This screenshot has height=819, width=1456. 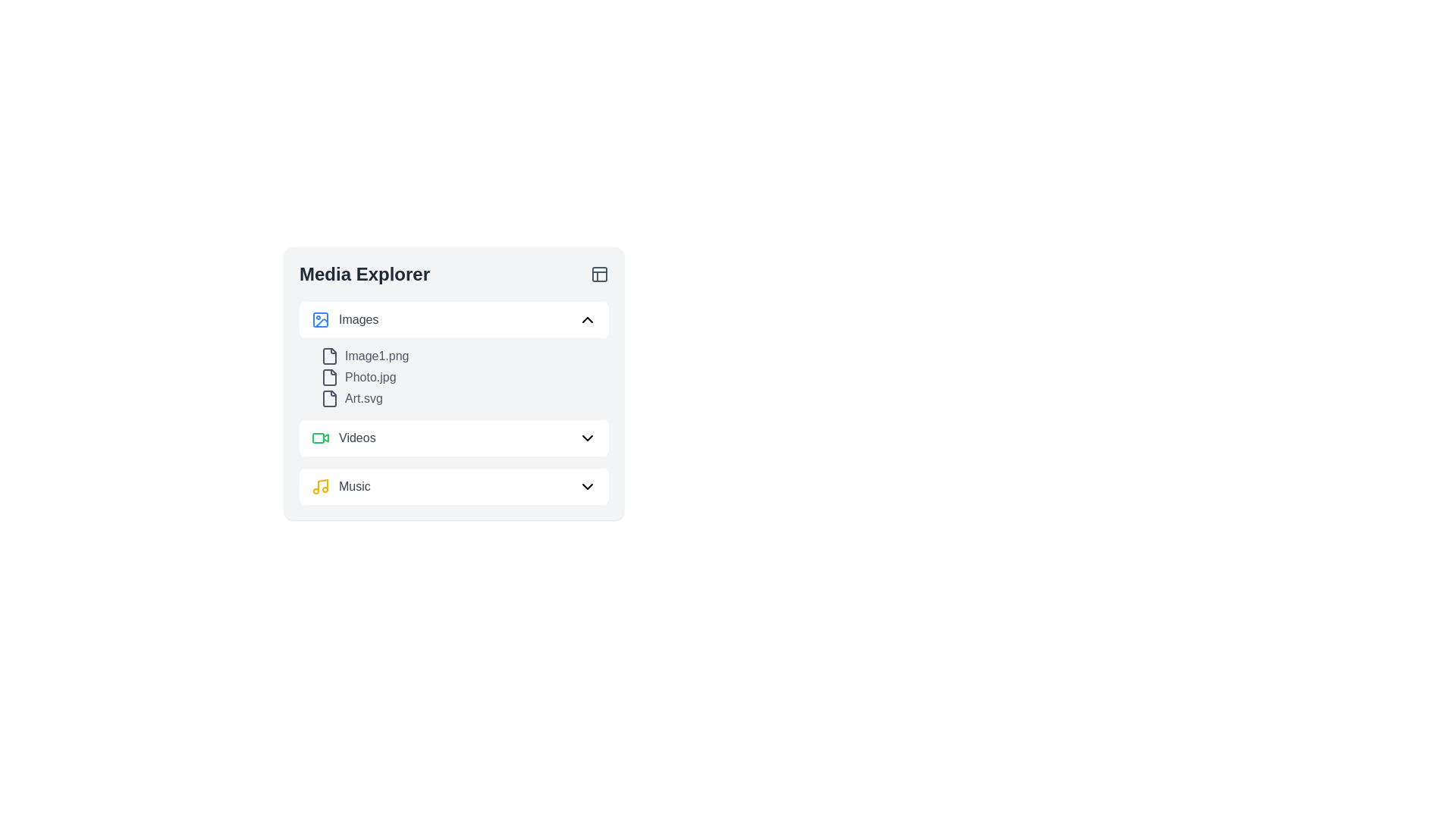 What do you see at coordinates (353, 486) in the screenshot?
I see `the 'Music' text label that is located to the right of the musical note icon in the 'Videos' section of the Media Explorer UI` at bounding box center [353, 486].